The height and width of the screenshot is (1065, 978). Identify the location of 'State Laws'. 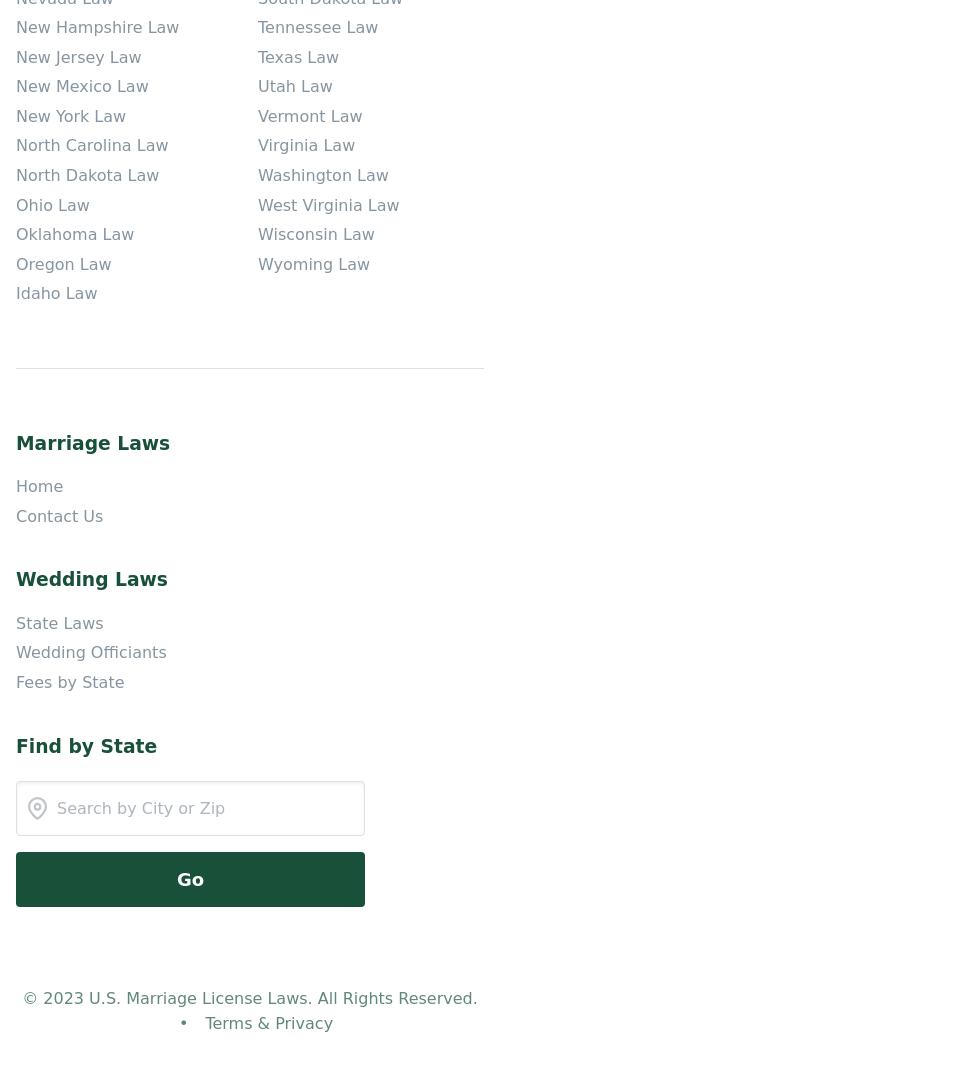
(59, 622).